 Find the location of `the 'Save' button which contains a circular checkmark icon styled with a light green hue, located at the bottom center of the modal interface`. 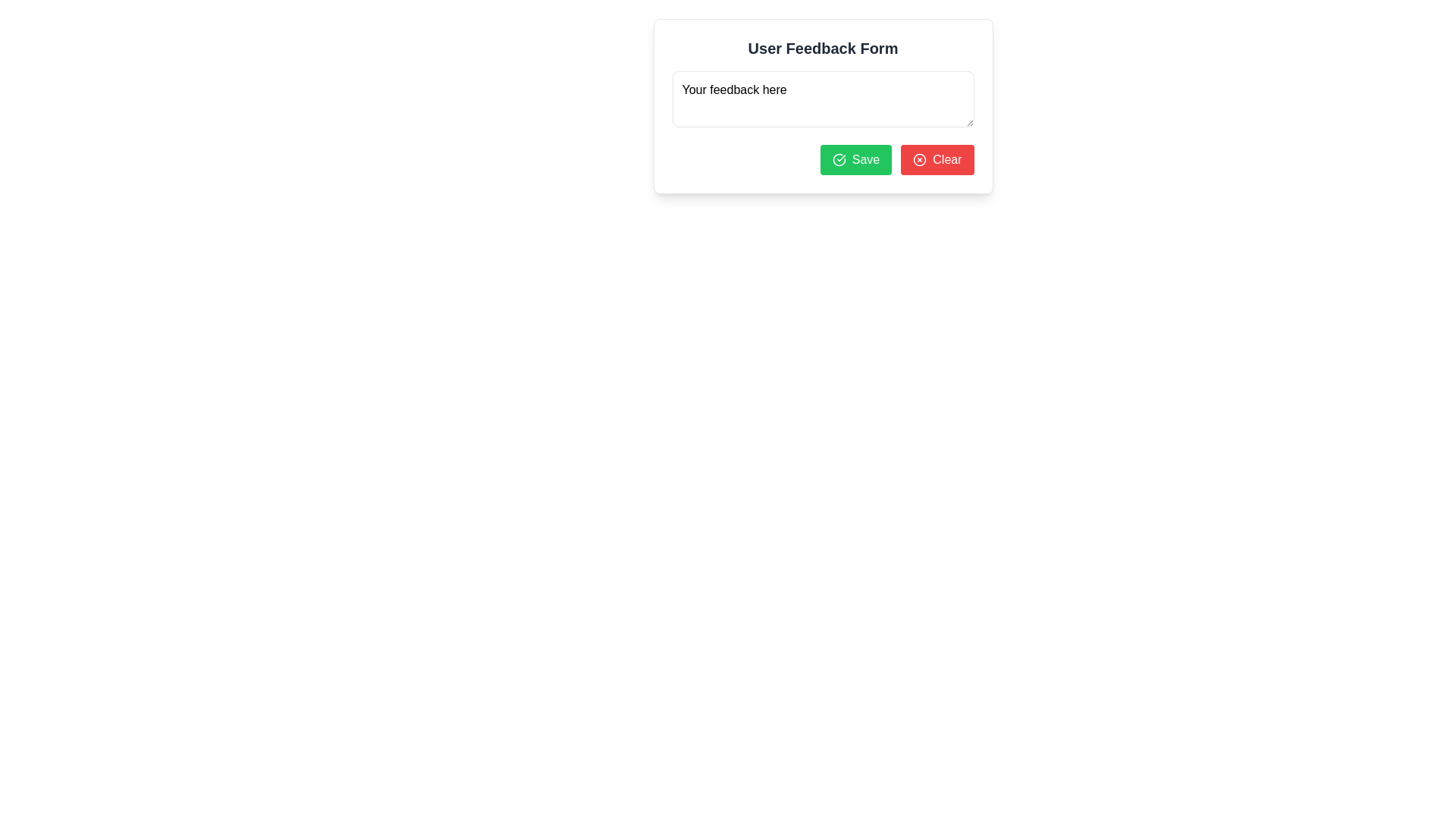

the 'Save' button which contains a circular checkmark icon styled with a light green hue, located at the bottom center of the modal interface is located at coordinates (838, 160).